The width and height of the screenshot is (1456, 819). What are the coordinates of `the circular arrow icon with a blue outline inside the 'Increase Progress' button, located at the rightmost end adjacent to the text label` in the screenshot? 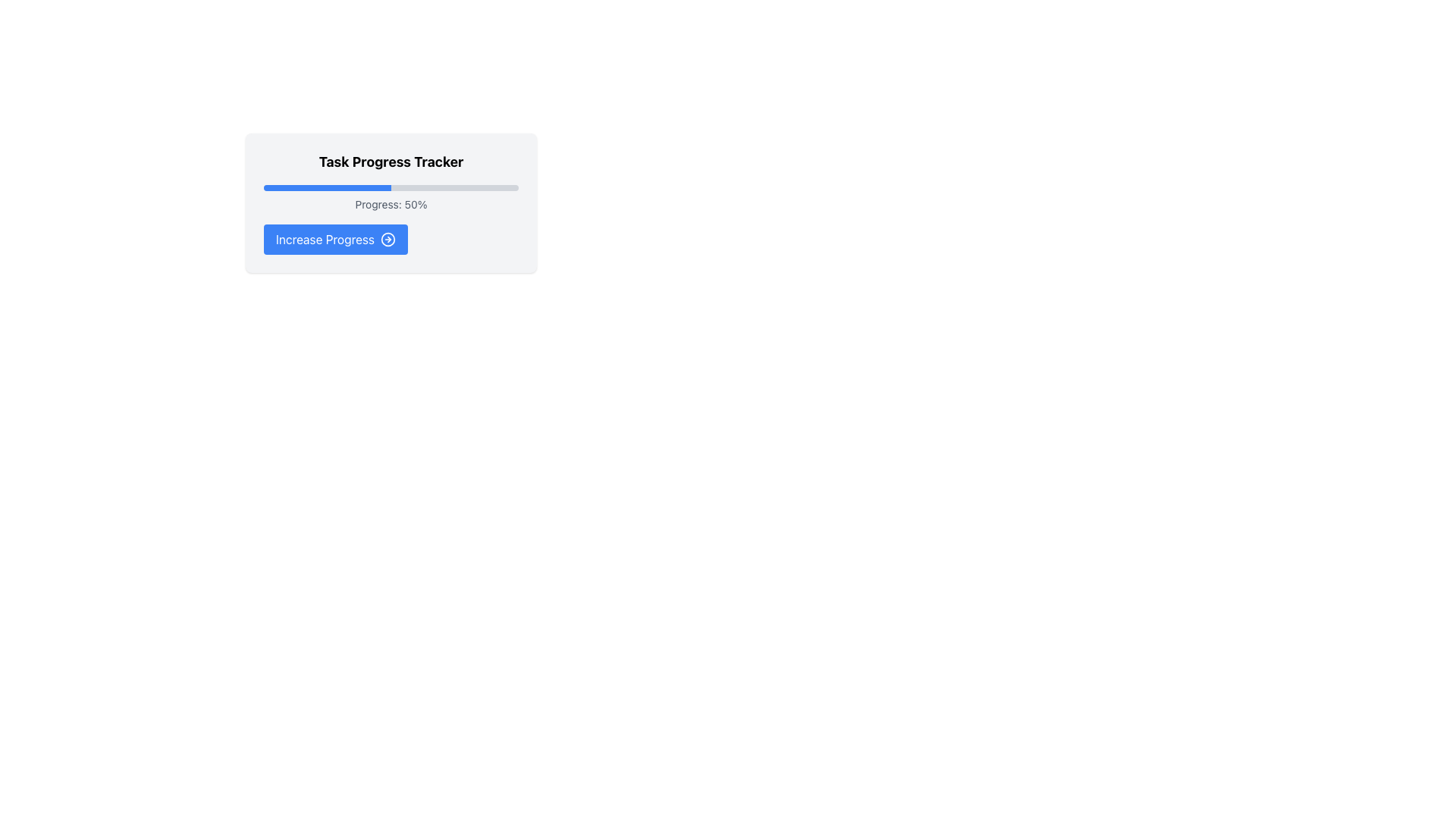 It's located at (388, 239).